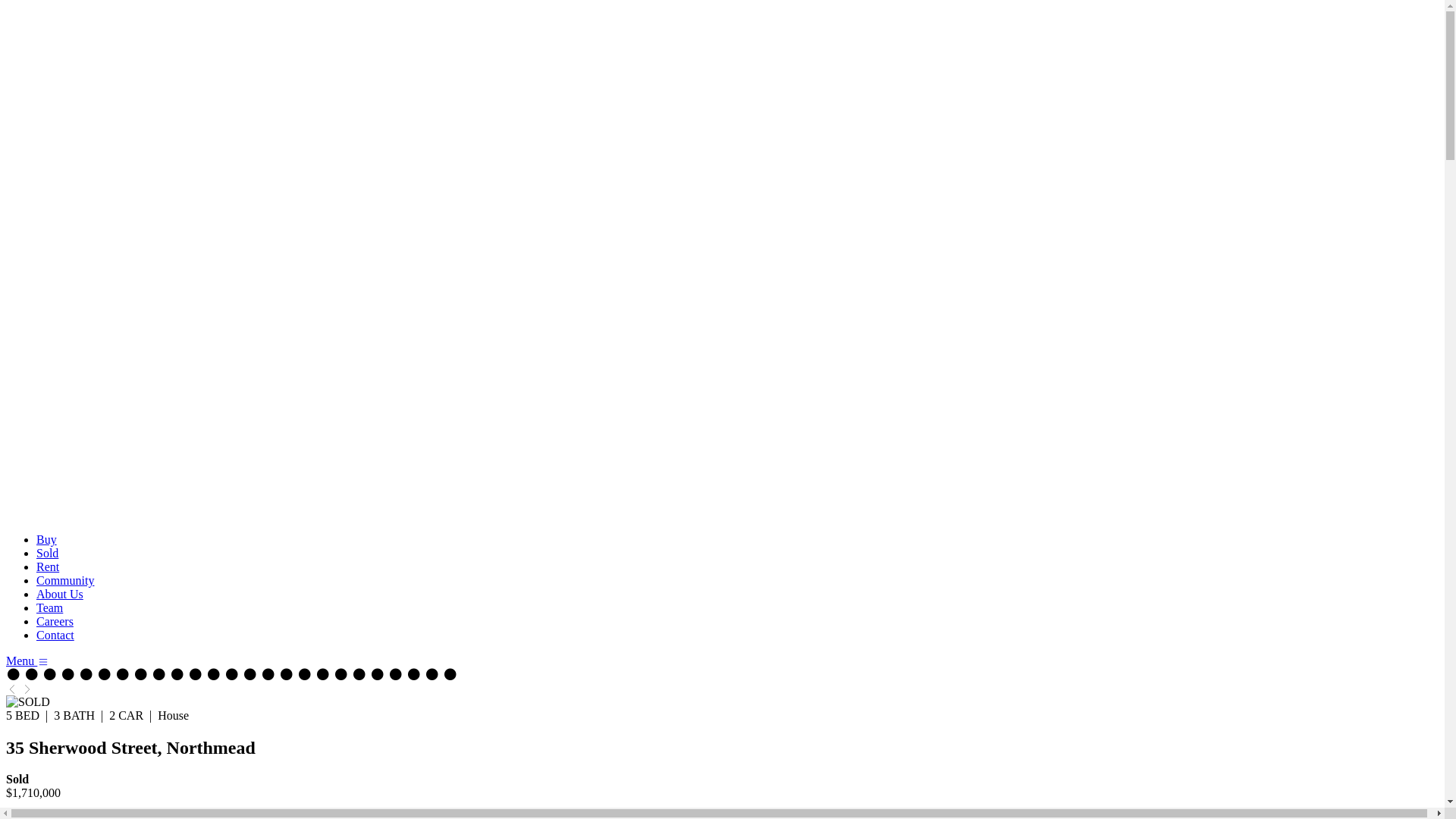 Image resolution: width=1456 pixels, height=819 pixels. What do you see at coordinates (27, 688) in the screenshot?
I see `'>'` at bounding box center [27, 688].